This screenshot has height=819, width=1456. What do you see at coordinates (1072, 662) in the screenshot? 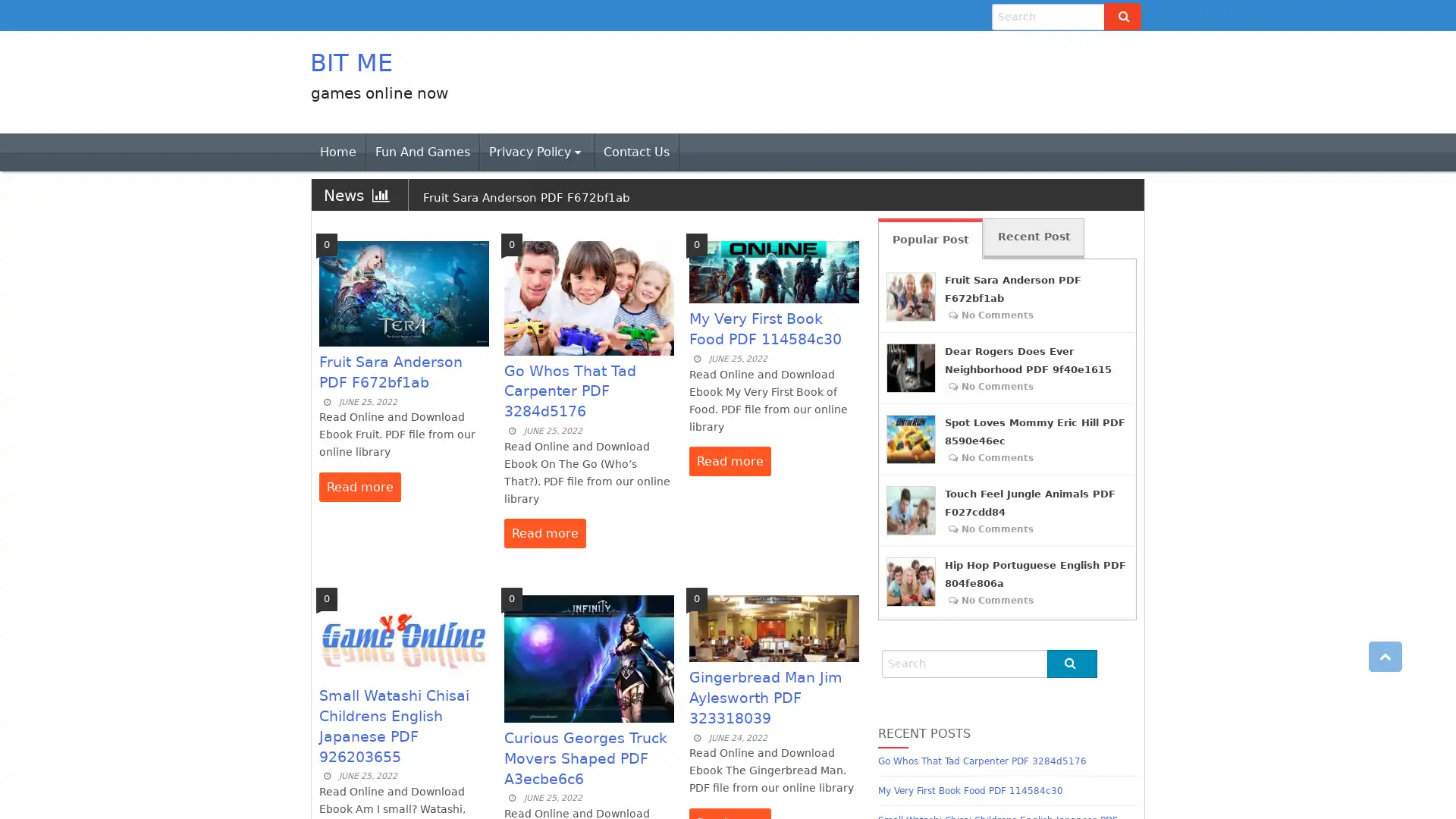
I see `Go` at bounding box center [1072, 662].